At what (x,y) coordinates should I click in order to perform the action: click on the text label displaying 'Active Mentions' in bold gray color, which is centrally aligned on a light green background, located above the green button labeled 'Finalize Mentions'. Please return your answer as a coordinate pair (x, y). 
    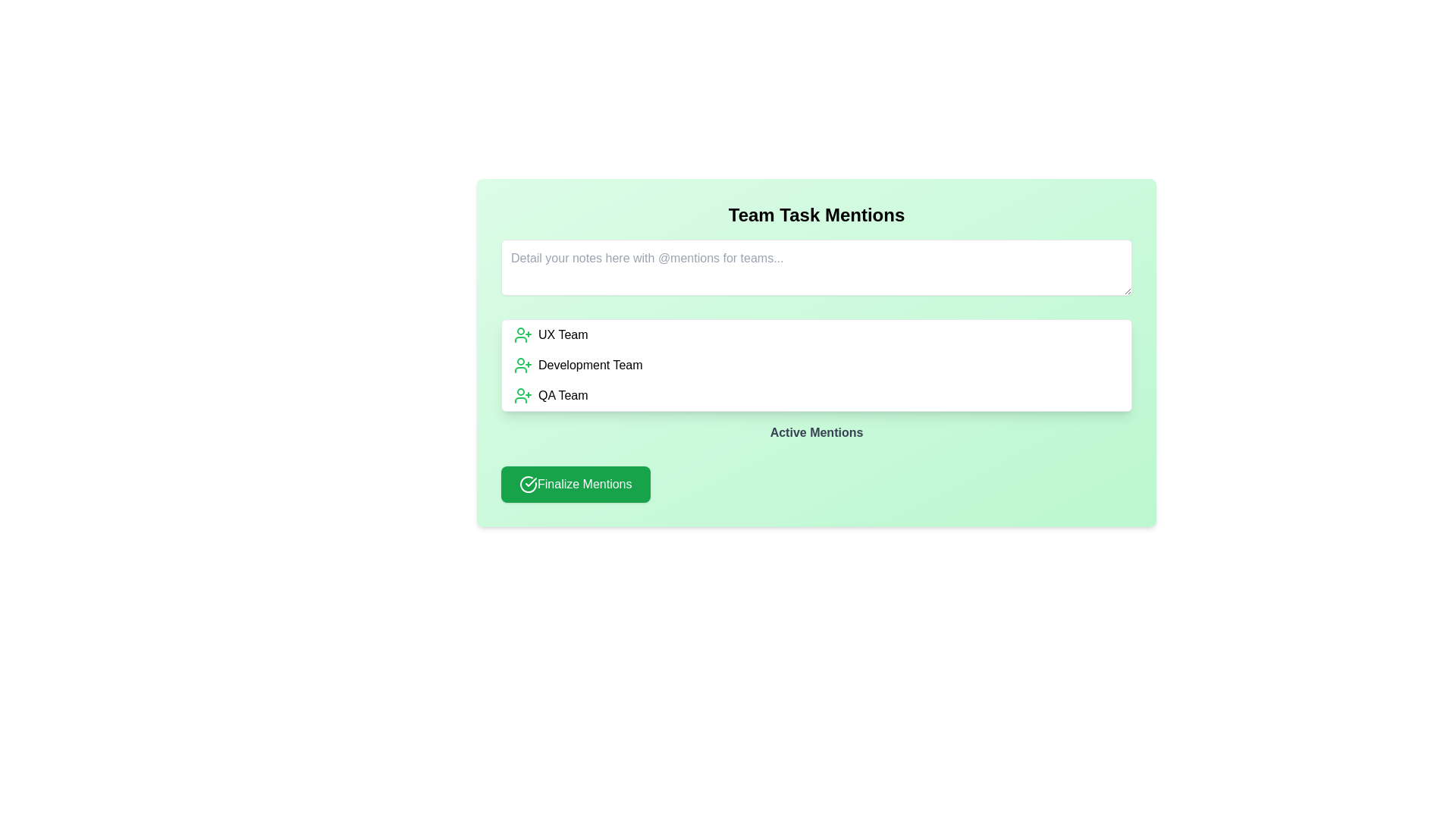
    Looking at the image, I should click on (815, 432).